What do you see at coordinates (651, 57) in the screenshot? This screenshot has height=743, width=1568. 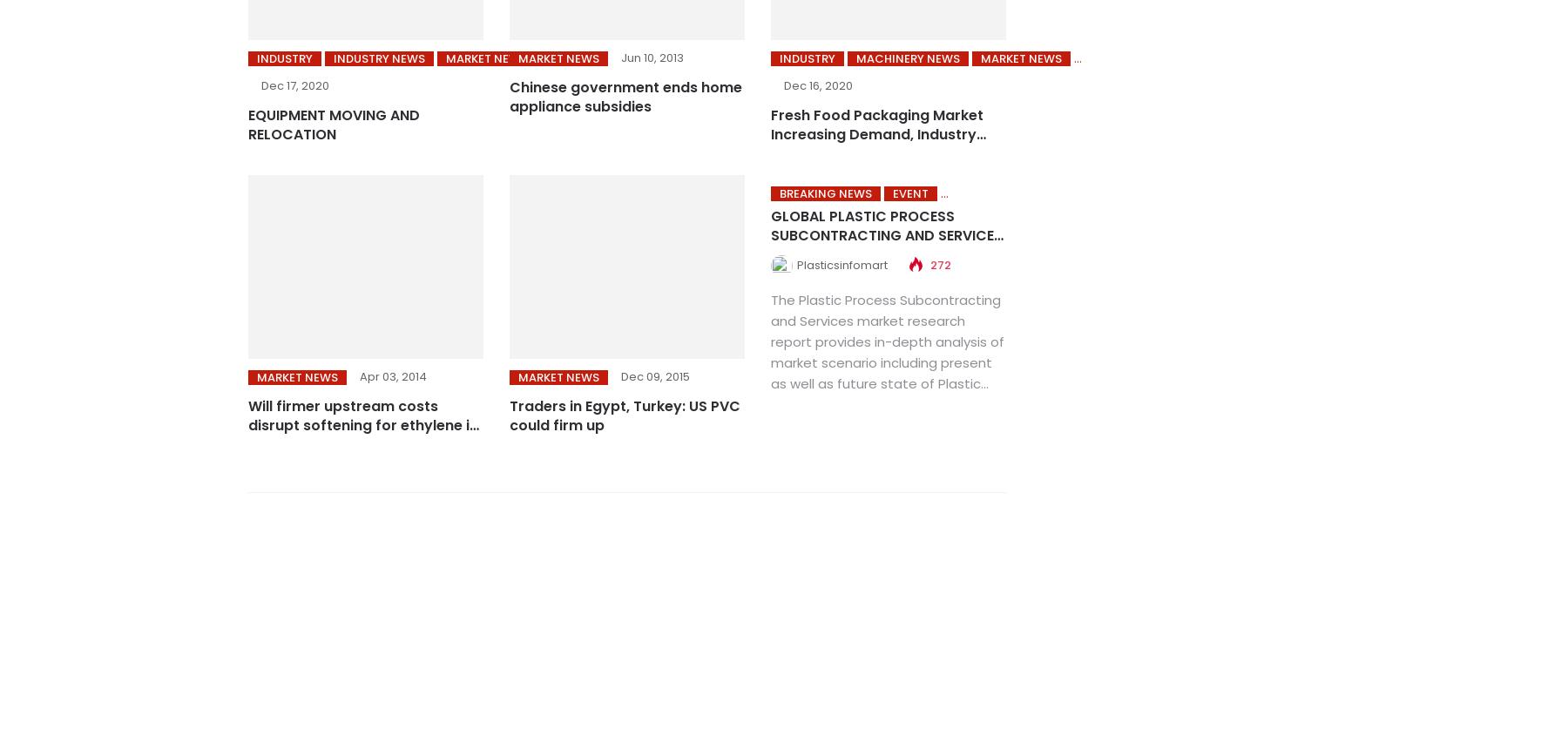 I see `'Jun 10, 2013'` at bounding box center [651, 57].